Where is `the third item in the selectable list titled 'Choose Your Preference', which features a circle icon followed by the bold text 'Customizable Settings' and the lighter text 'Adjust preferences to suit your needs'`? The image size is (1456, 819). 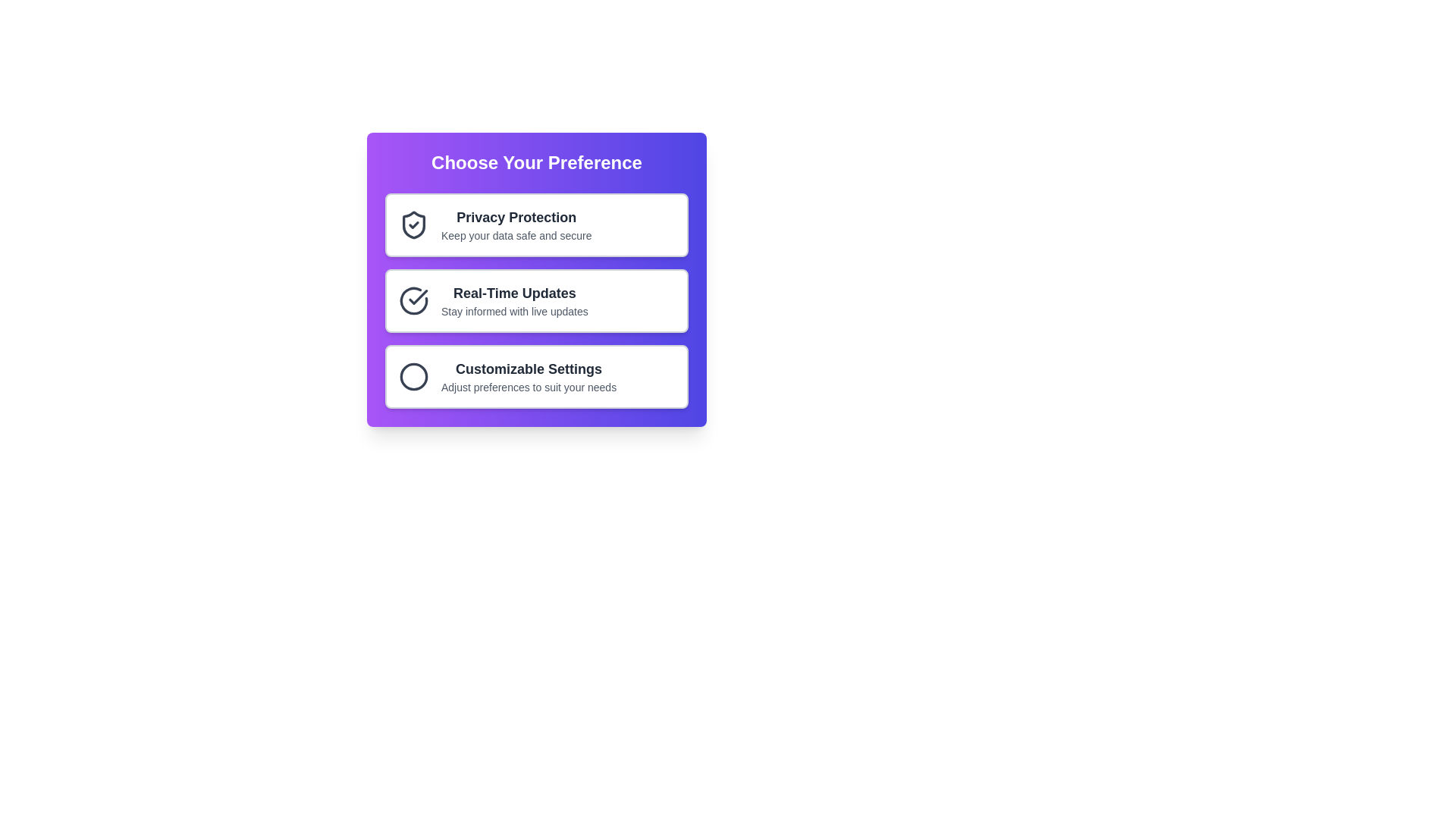
the third item in the selectable list titled 'Choose Your Preference', which features a circle icon followed by the bold text 'Customizable Settings' and the lighter text 'Adjust preferences to suit your needs' is located at coordinates (507, 376).